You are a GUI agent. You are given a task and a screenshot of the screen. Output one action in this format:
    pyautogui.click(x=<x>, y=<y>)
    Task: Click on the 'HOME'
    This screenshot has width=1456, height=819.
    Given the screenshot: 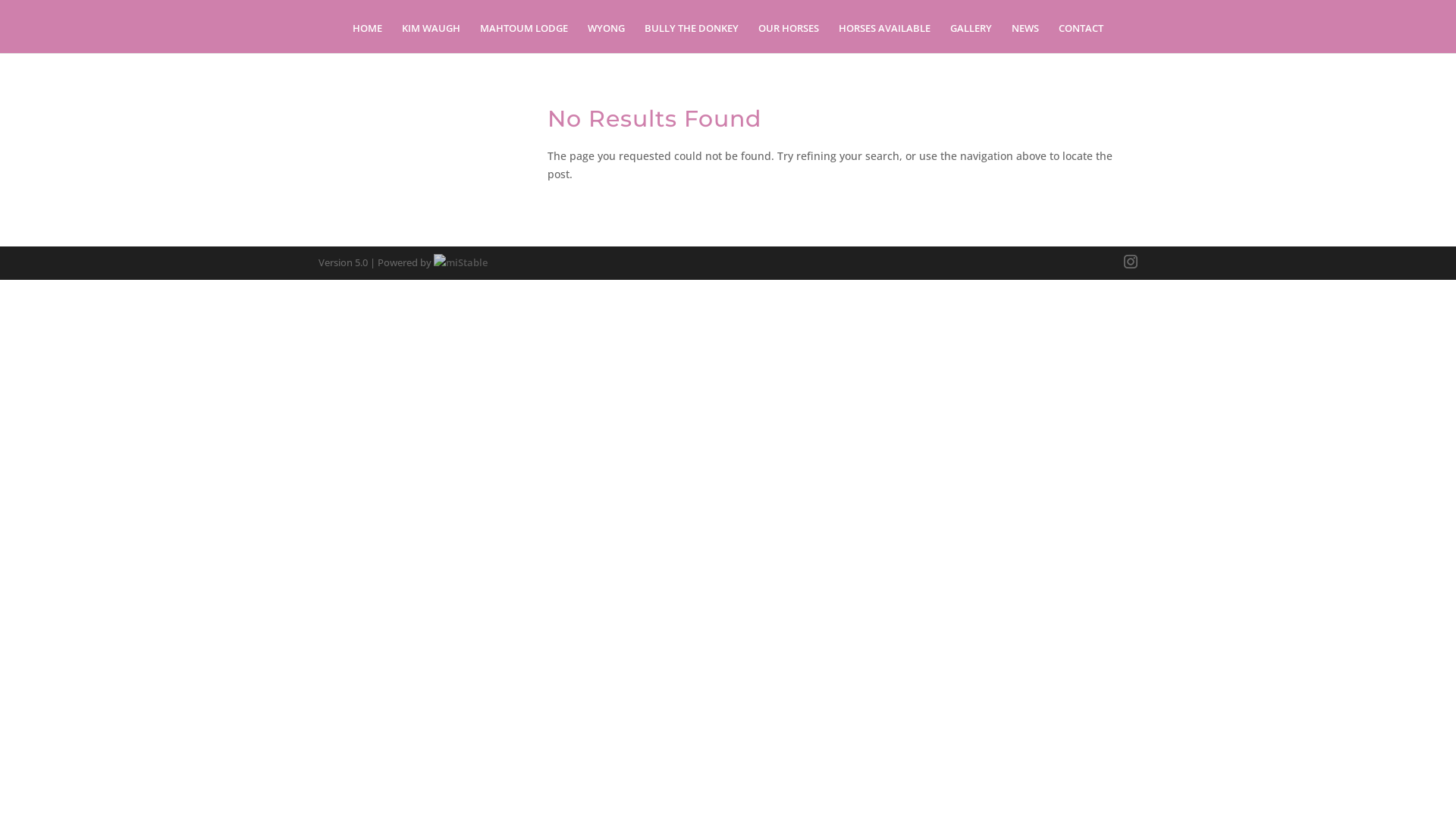 What is the action you would take?
    pyautogui.click(x=367, y=37)
    